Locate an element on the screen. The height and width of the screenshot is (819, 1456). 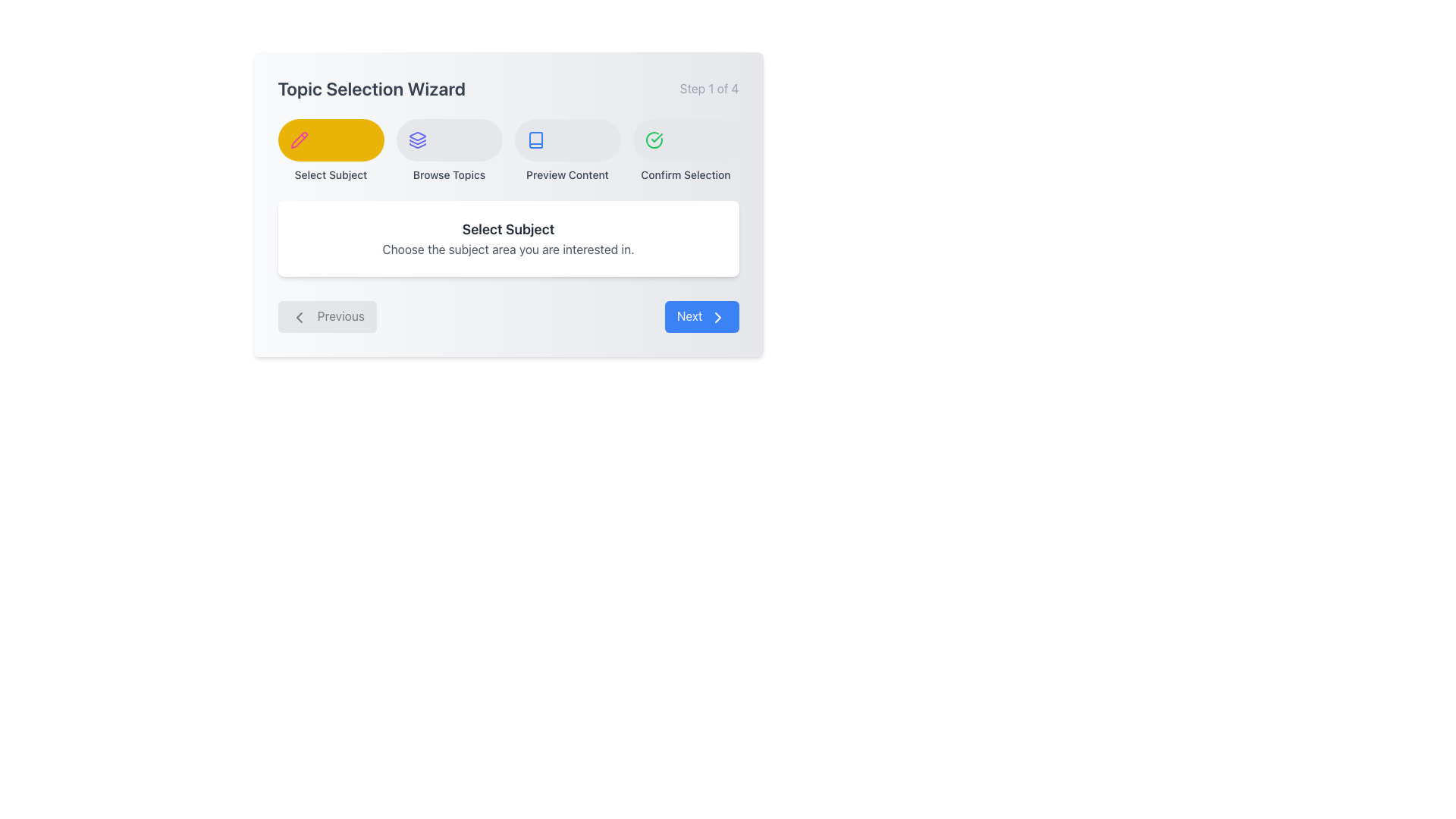
the confirmation icon, which is the fourth tab in a row of icons at the top of the card interface is located at coordinates (654, 140).